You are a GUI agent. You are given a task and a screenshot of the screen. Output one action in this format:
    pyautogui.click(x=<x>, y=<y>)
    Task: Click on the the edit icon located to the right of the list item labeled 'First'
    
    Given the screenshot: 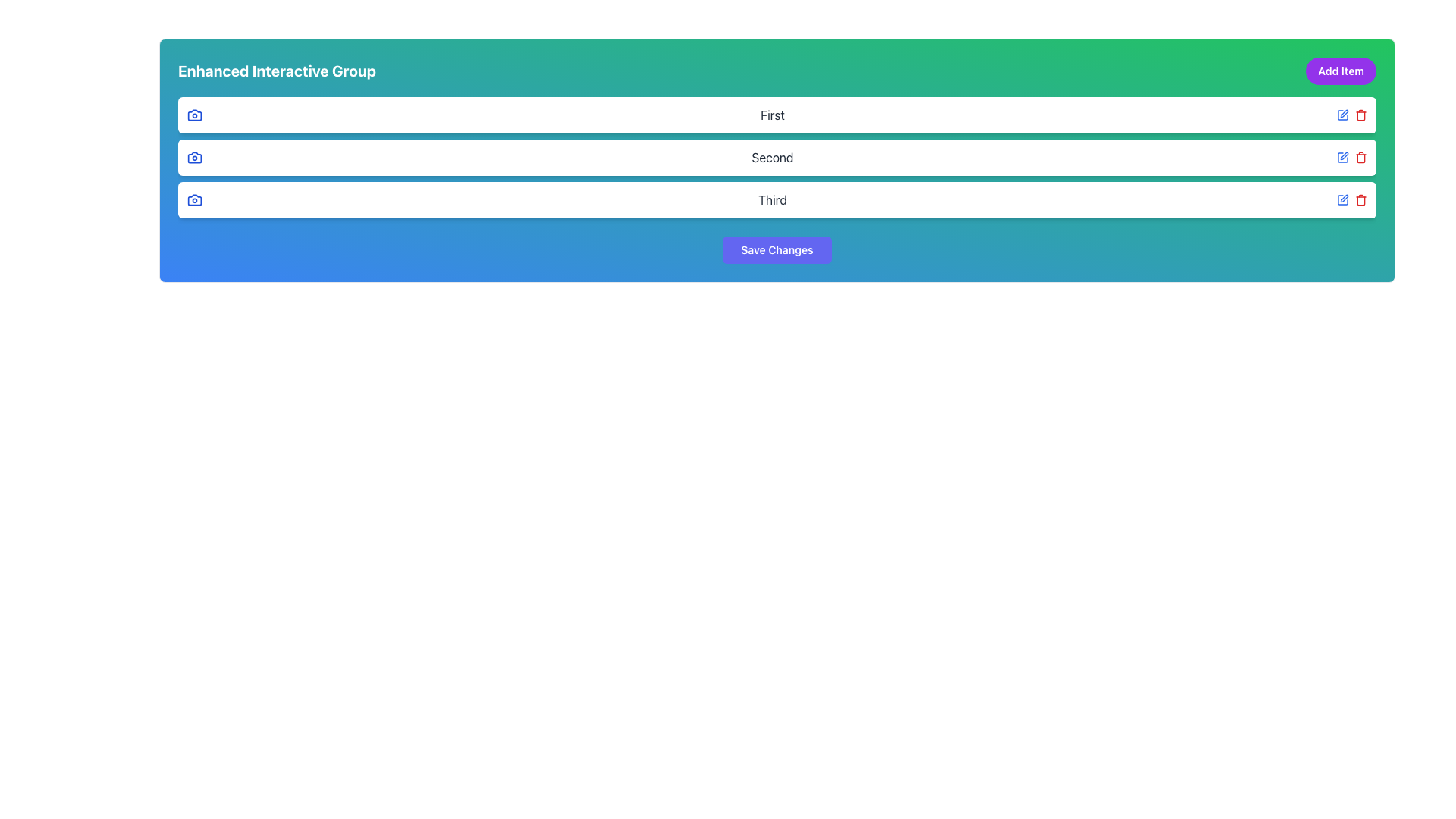 What is the action you would take?
    pyautogui.click(x=1343, y=114)
    